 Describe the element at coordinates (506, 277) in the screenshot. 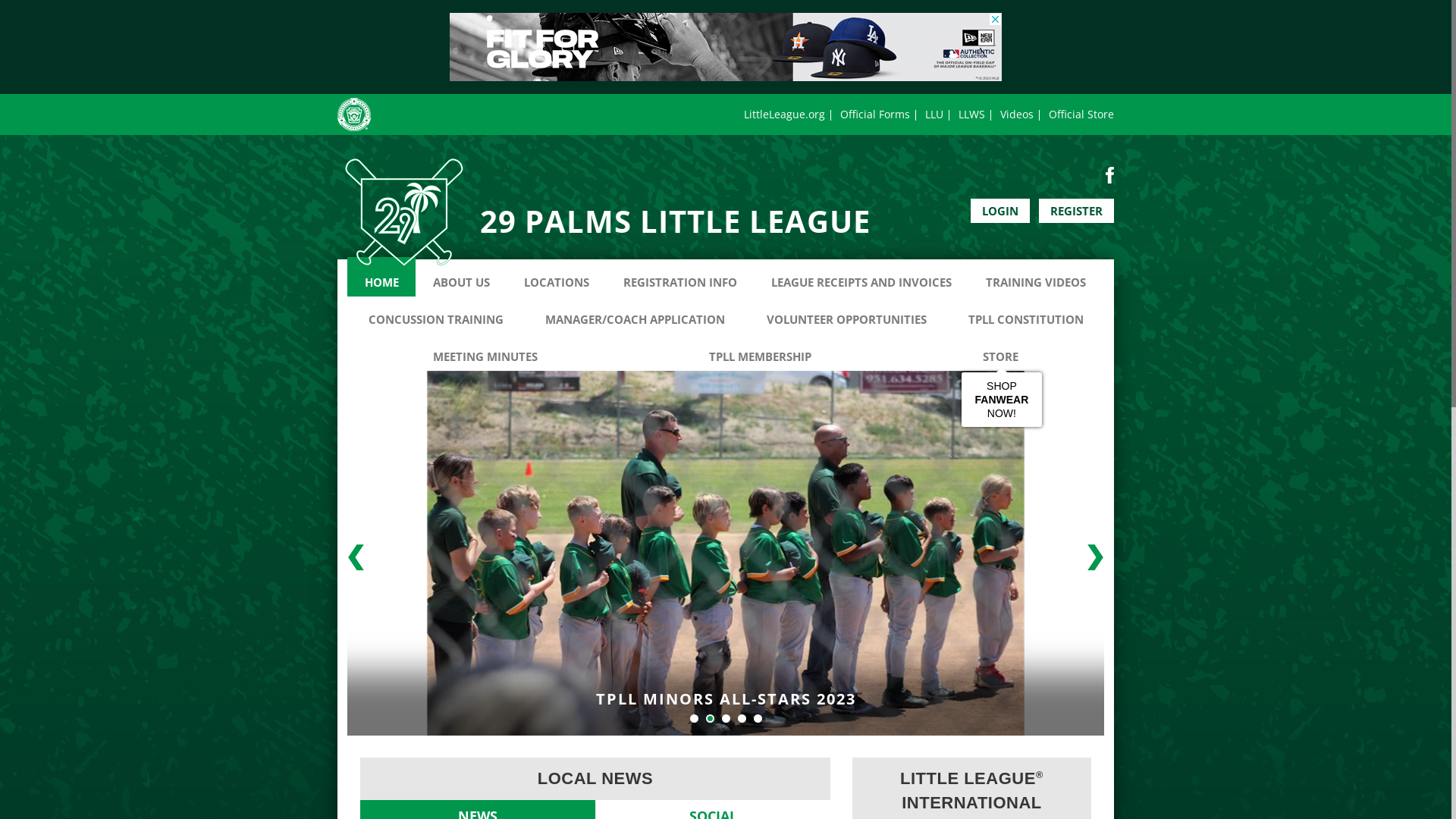

I see `'LOCATIONS'` at that location.